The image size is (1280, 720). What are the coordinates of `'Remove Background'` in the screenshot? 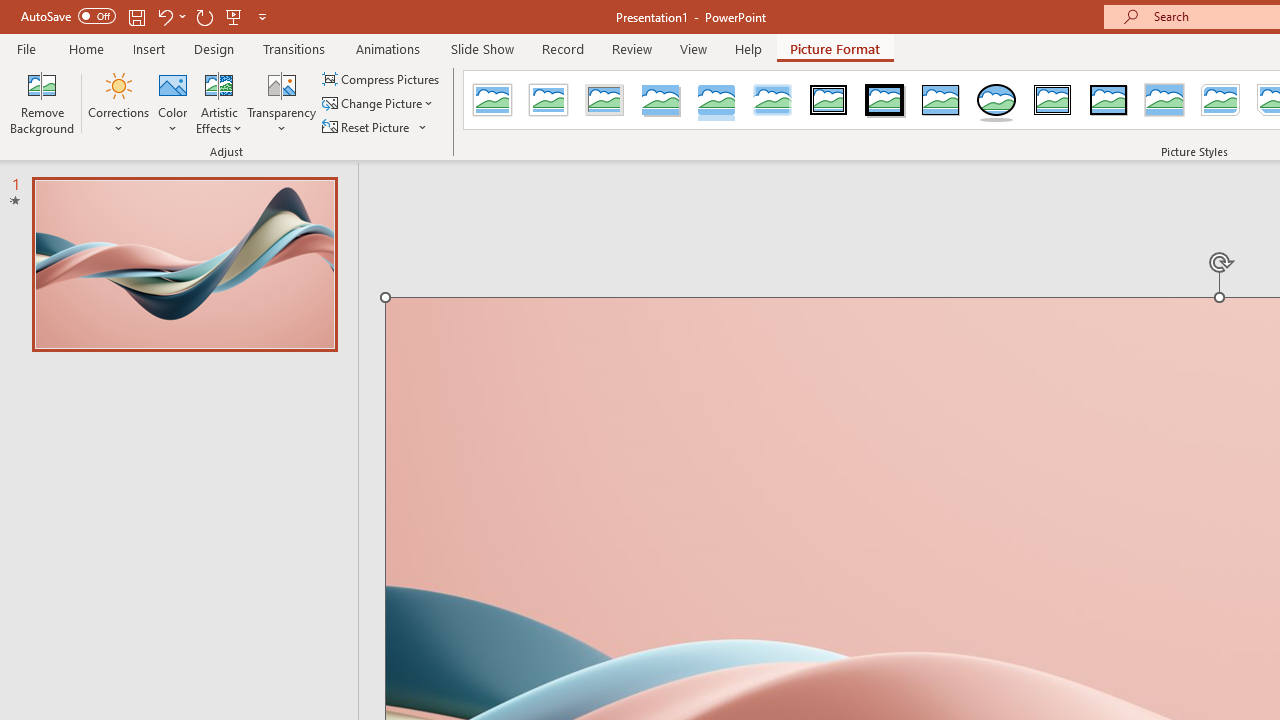 It's located at (42, 103).